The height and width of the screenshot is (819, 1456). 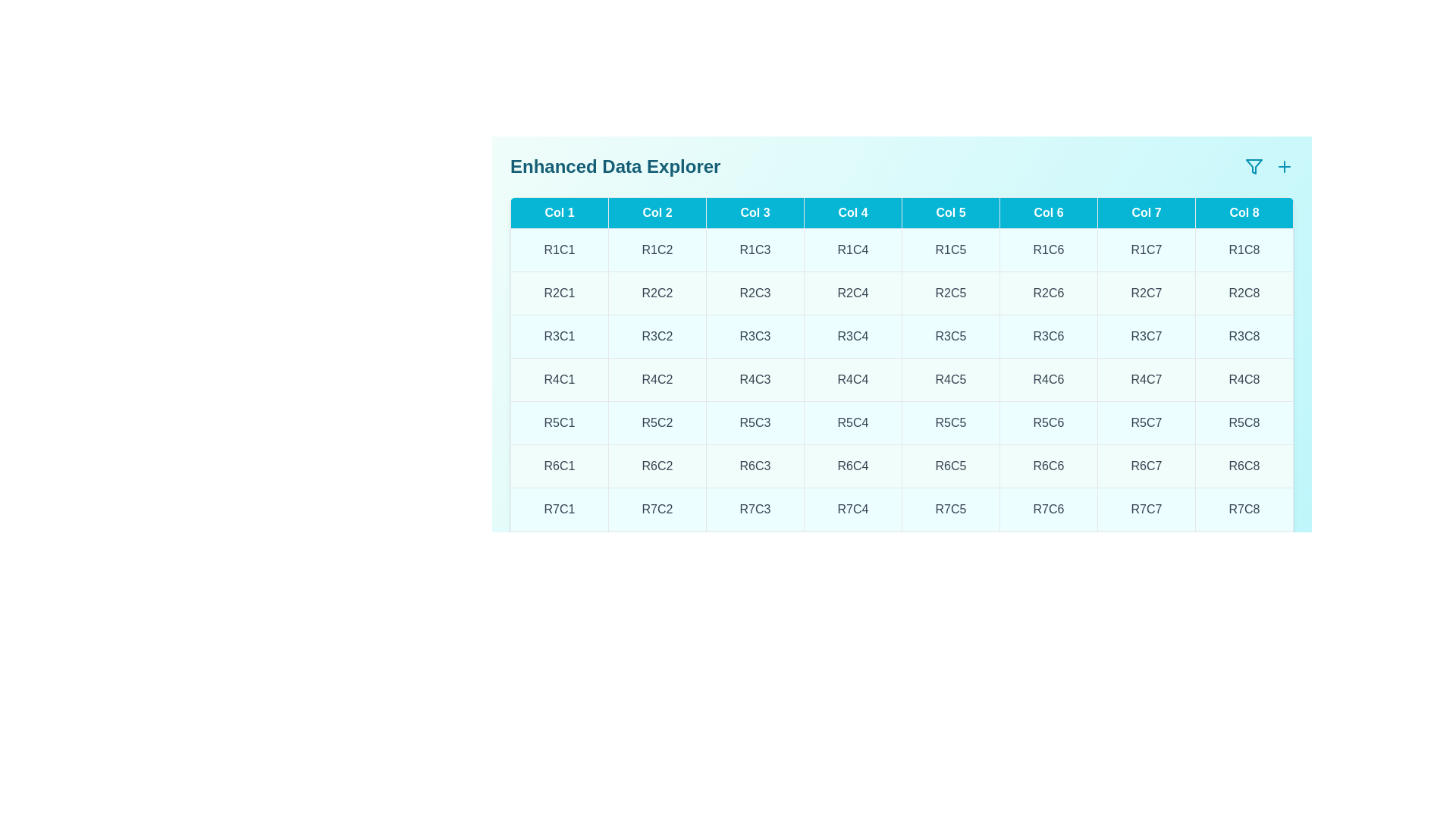 I want to click on the plus icon to add new data, so click(x=1284, y=166).